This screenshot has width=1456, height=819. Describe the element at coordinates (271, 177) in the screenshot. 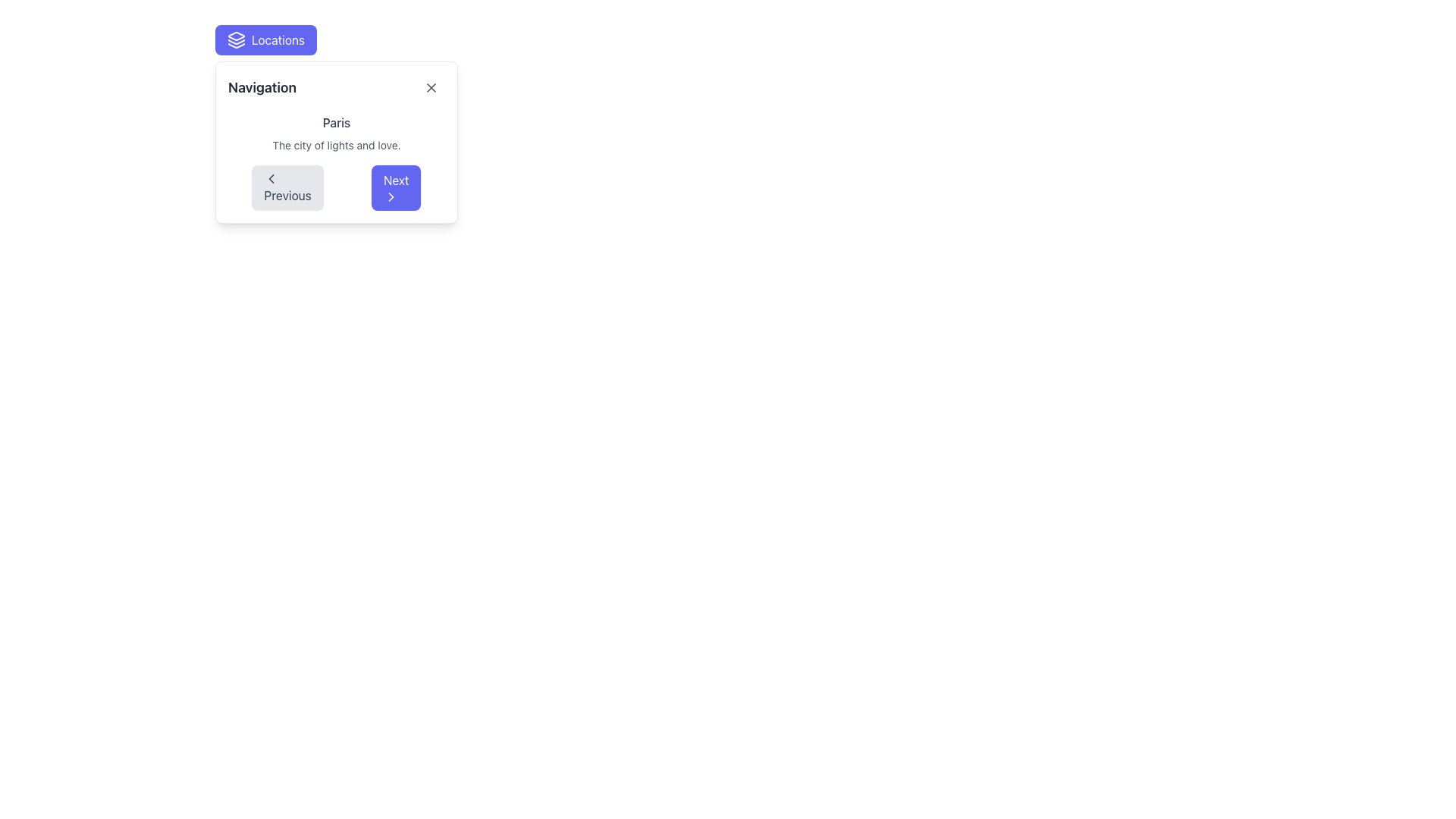

I see `the 'Previous' button which contains the leftward navigation chevron icon in the SVG graphic` at that location.